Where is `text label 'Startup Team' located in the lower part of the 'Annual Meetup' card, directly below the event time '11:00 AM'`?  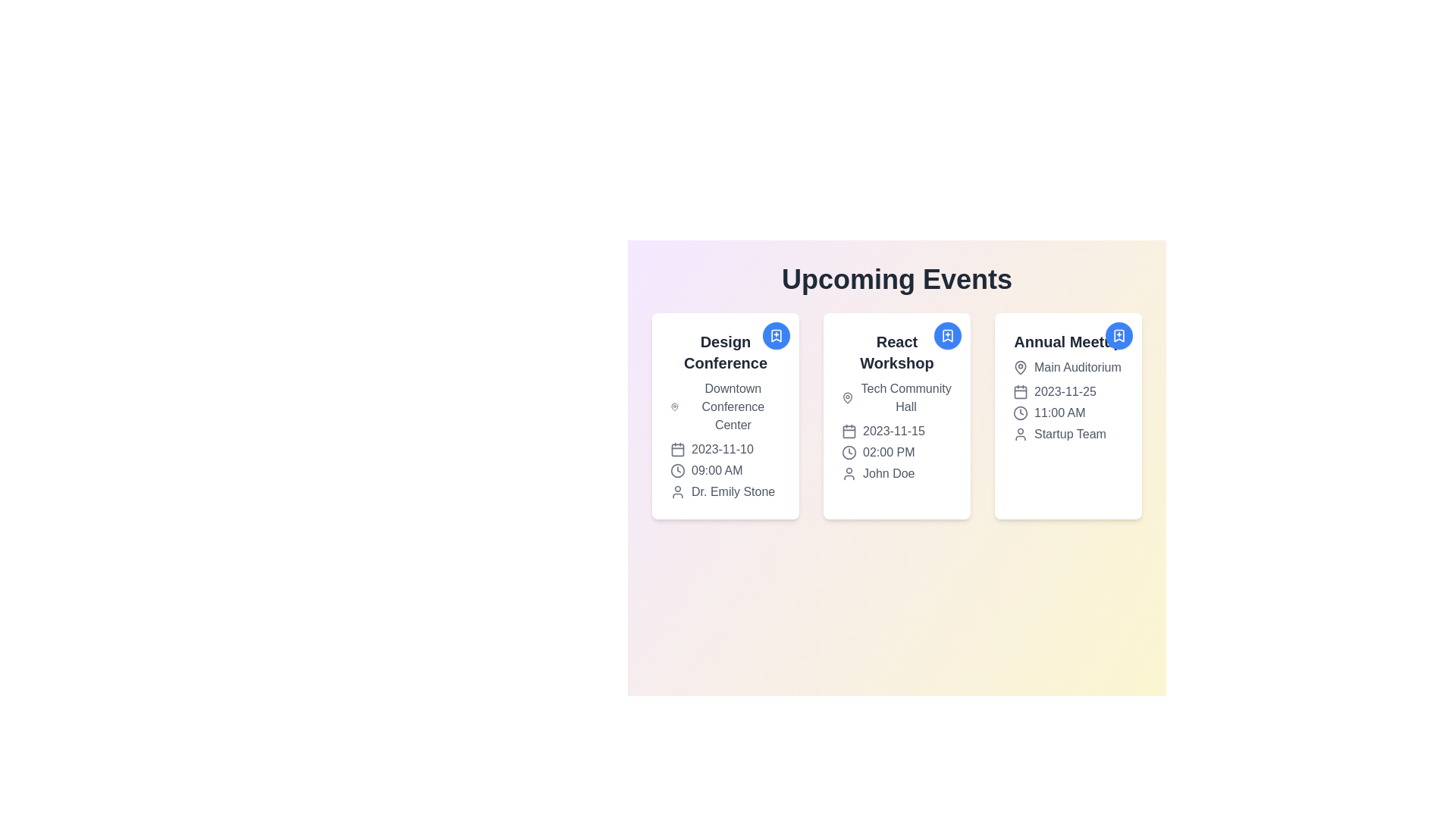
text label 'Startup Team' located in the lower part of the 'Annual Meetup' card, directly below the event time '11:00 AM' is located at coordinates (1068, 435).